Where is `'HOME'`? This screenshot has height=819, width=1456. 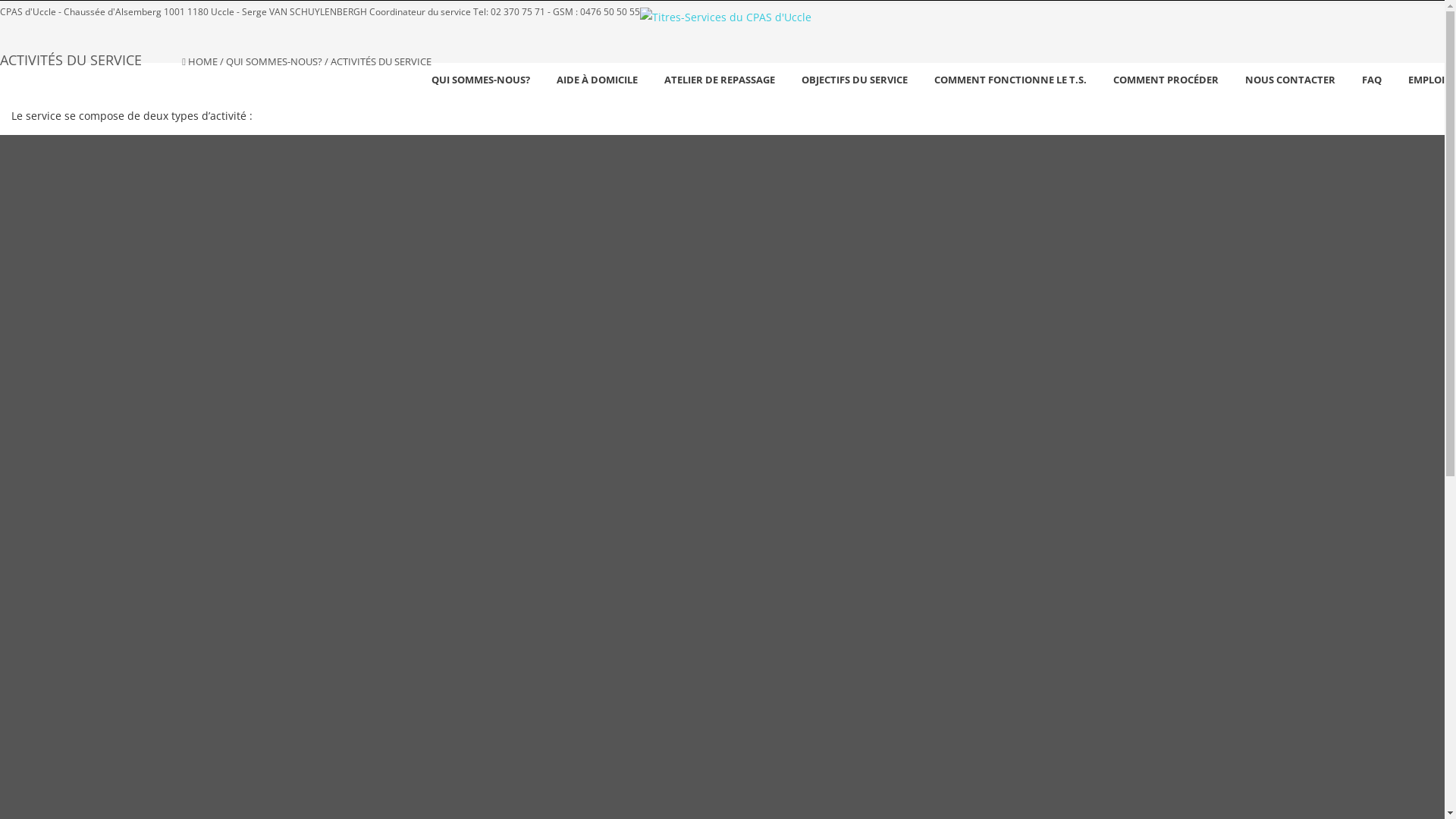 'HOME' is located at coordinates (187, 61).